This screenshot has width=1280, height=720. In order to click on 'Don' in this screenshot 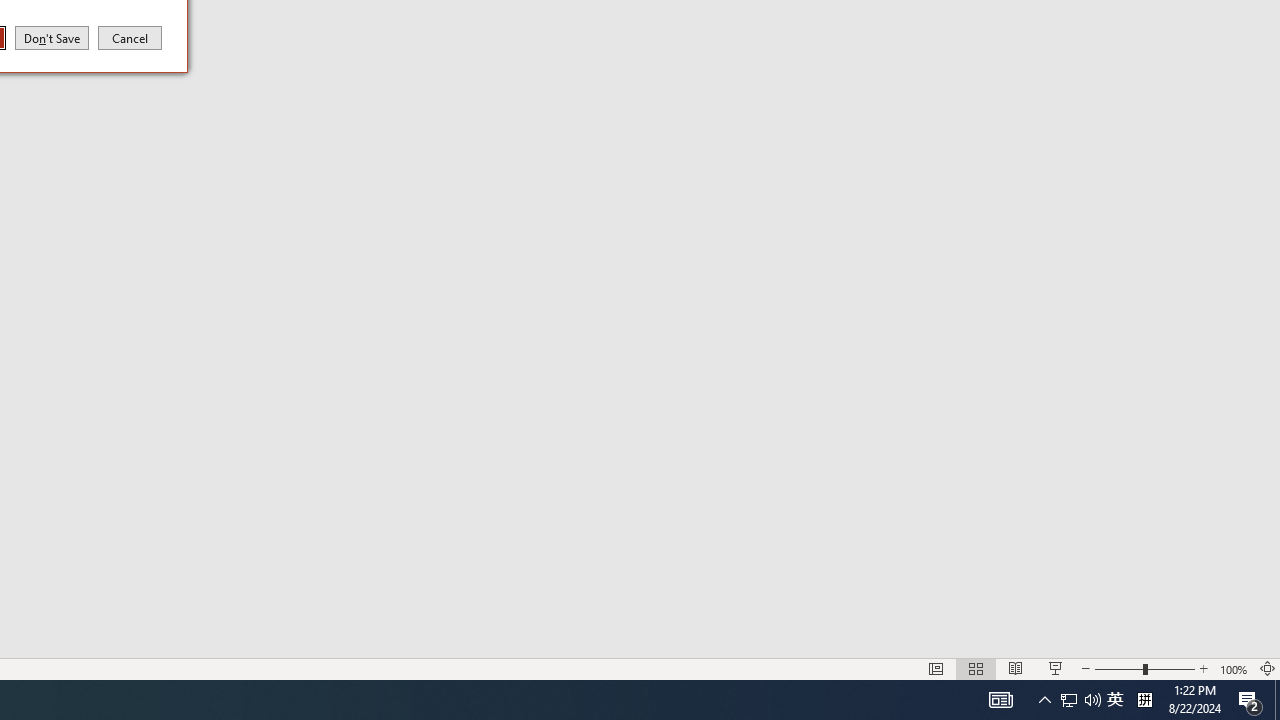, I will do `click(52, 37)`.